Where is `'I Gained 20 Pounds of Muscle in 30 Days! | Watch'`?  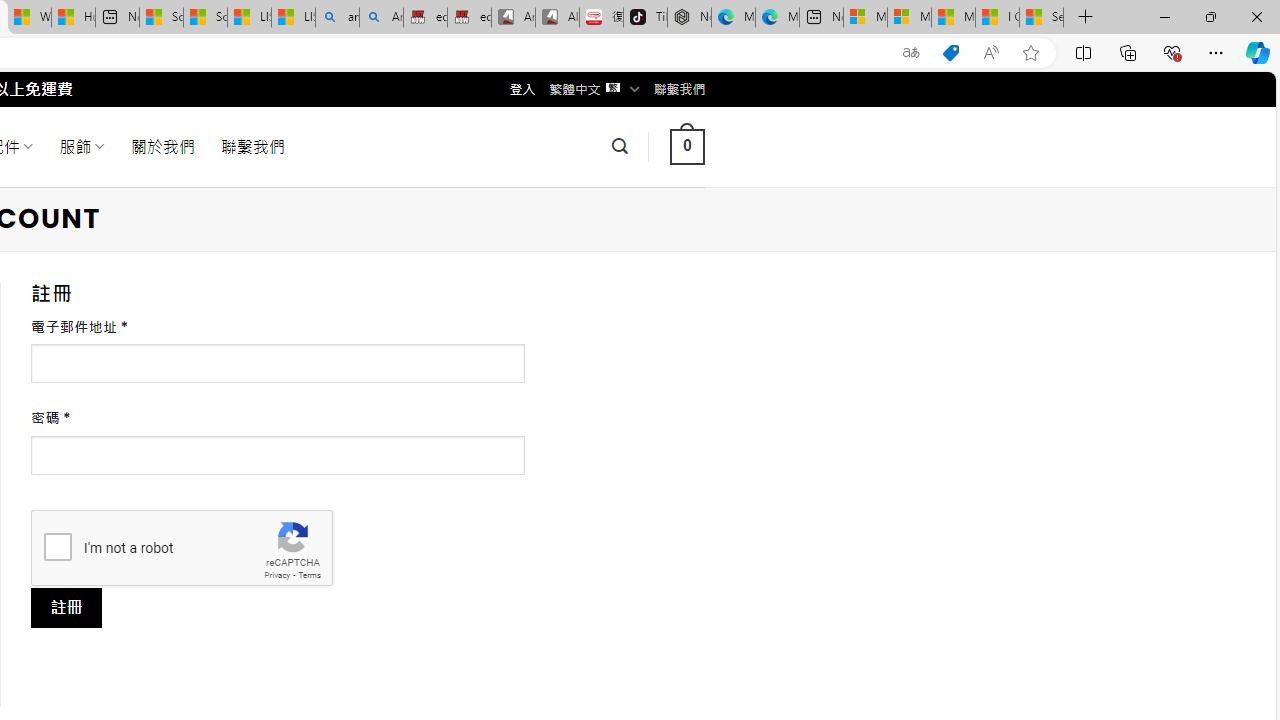
'I Gained 20 Pounds of Muscle in 30 Days! | Watch' is located at coordinates (997, 17).